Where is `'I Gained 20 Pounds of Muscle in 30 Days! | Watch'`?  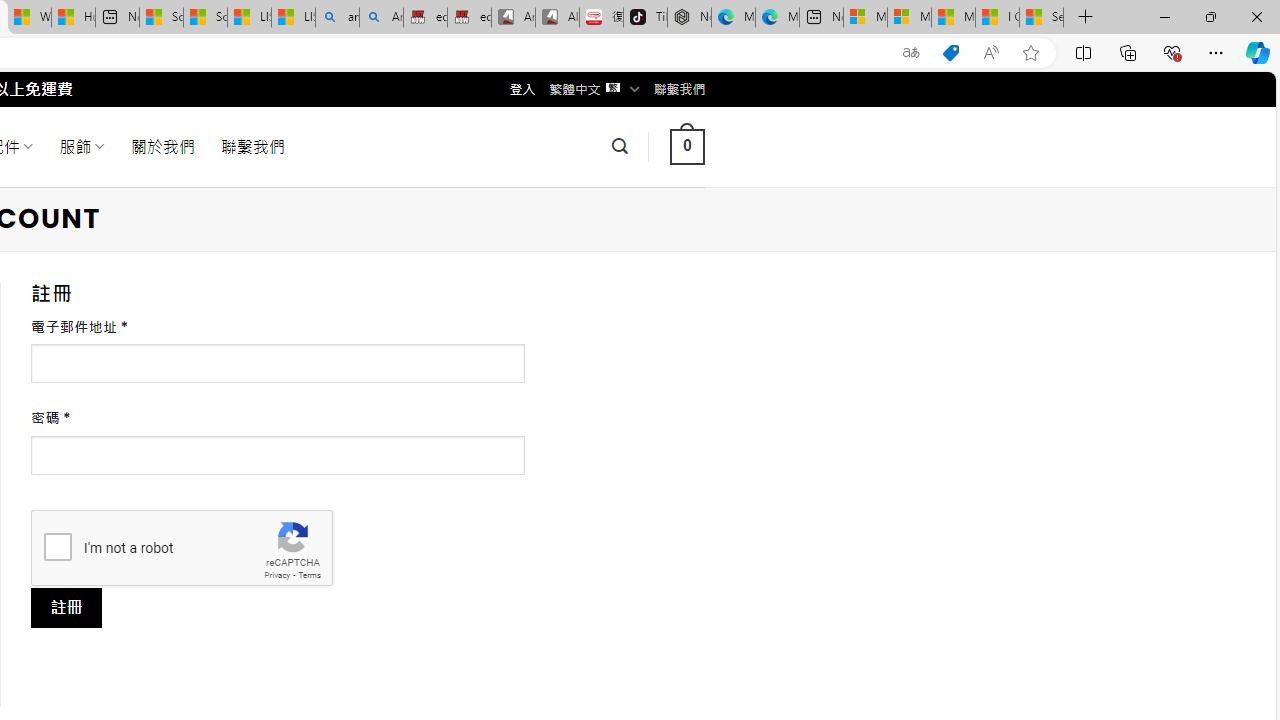
'I Gained 20 Pounds of Muscle in 30 Days! | Watch' is located at coordinates (997, 17).